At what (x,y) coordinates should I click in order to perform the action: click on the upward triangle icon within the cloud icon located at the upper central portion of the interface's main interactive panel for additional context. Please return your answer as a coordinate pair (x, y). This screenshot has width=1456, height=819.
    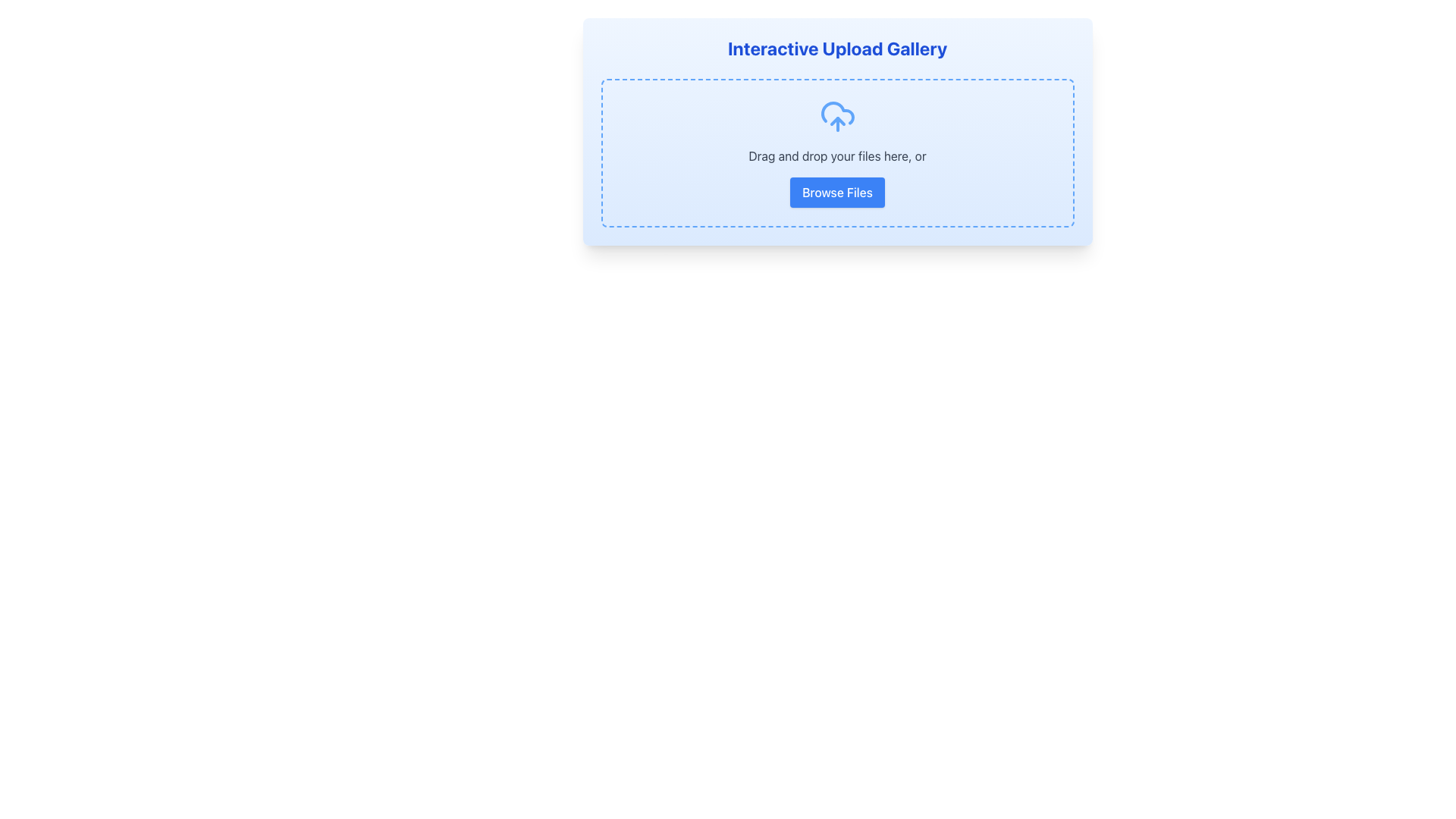
    Looking at the image, I should click on (836, 120).